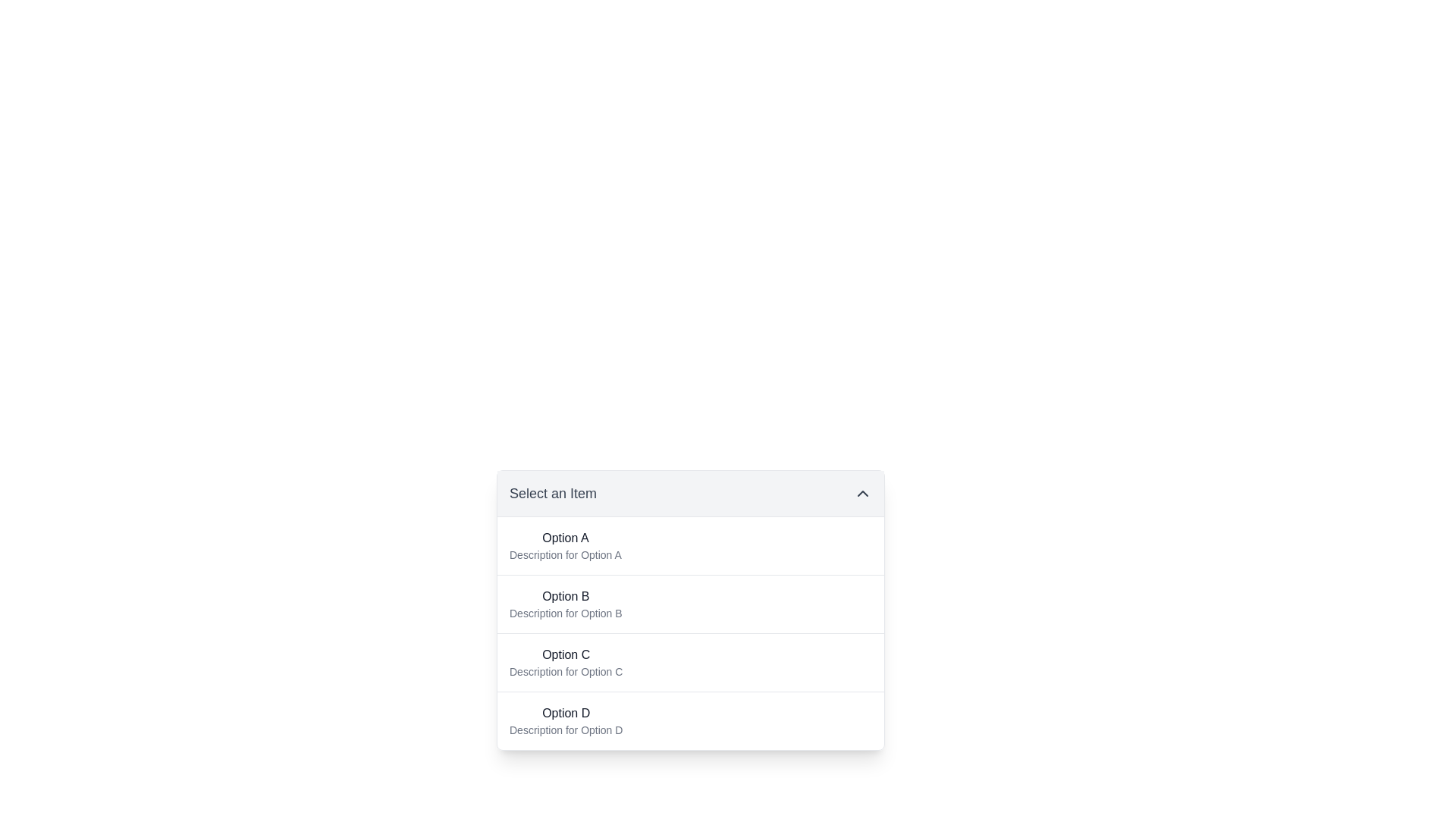  What do you see at coordinates (552, 494) in the screenshot?
I see `the label indicating the current state or prompt of the dropdown menu, which is centrally placed above the chevron icon` at bounding box center [552, 494].